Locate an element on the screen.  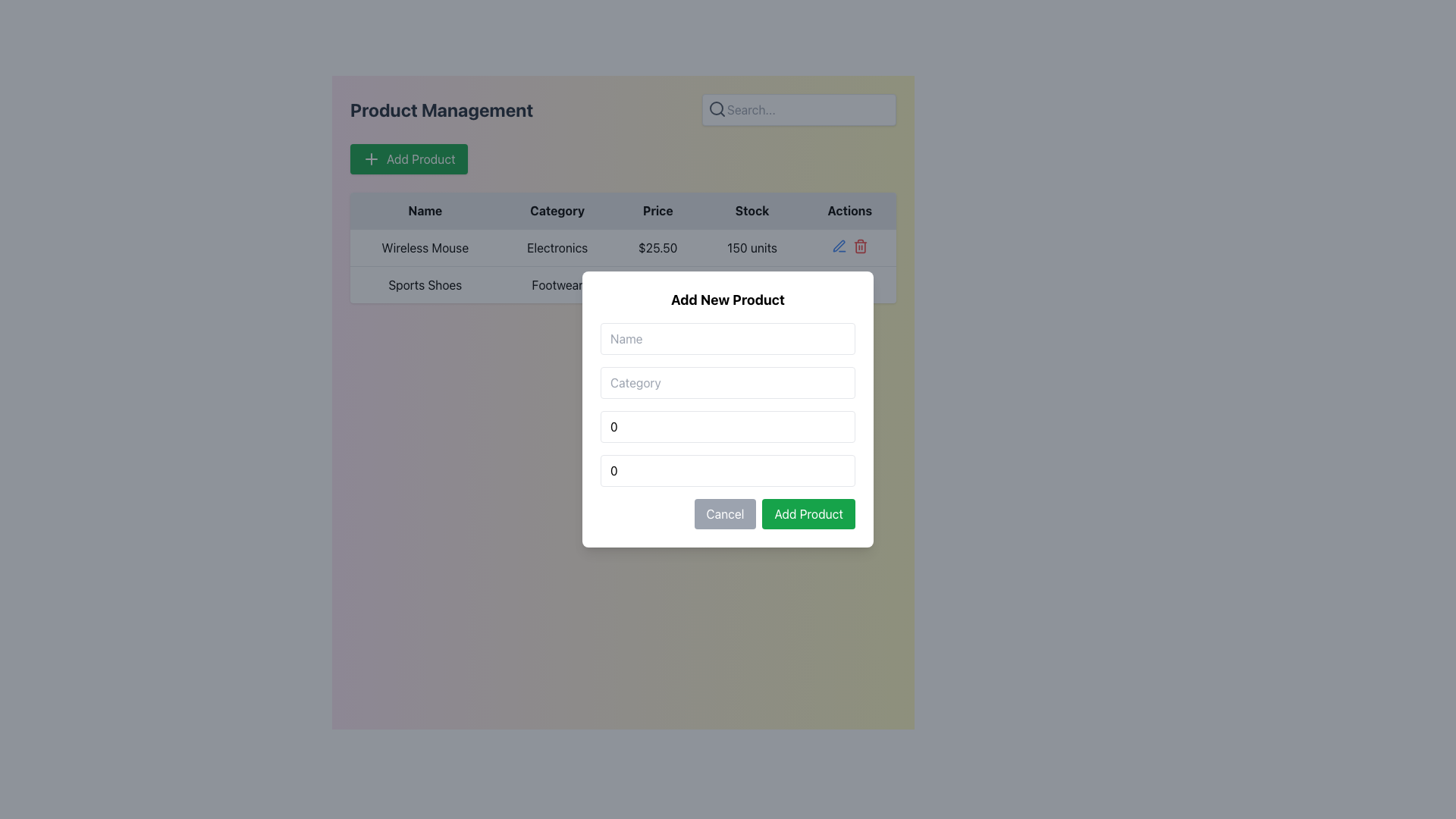
the 'Add Product' button located in the upper-left section beneath the 'Product Management' title to observe visual feedback is located at coordinates (409, 158).